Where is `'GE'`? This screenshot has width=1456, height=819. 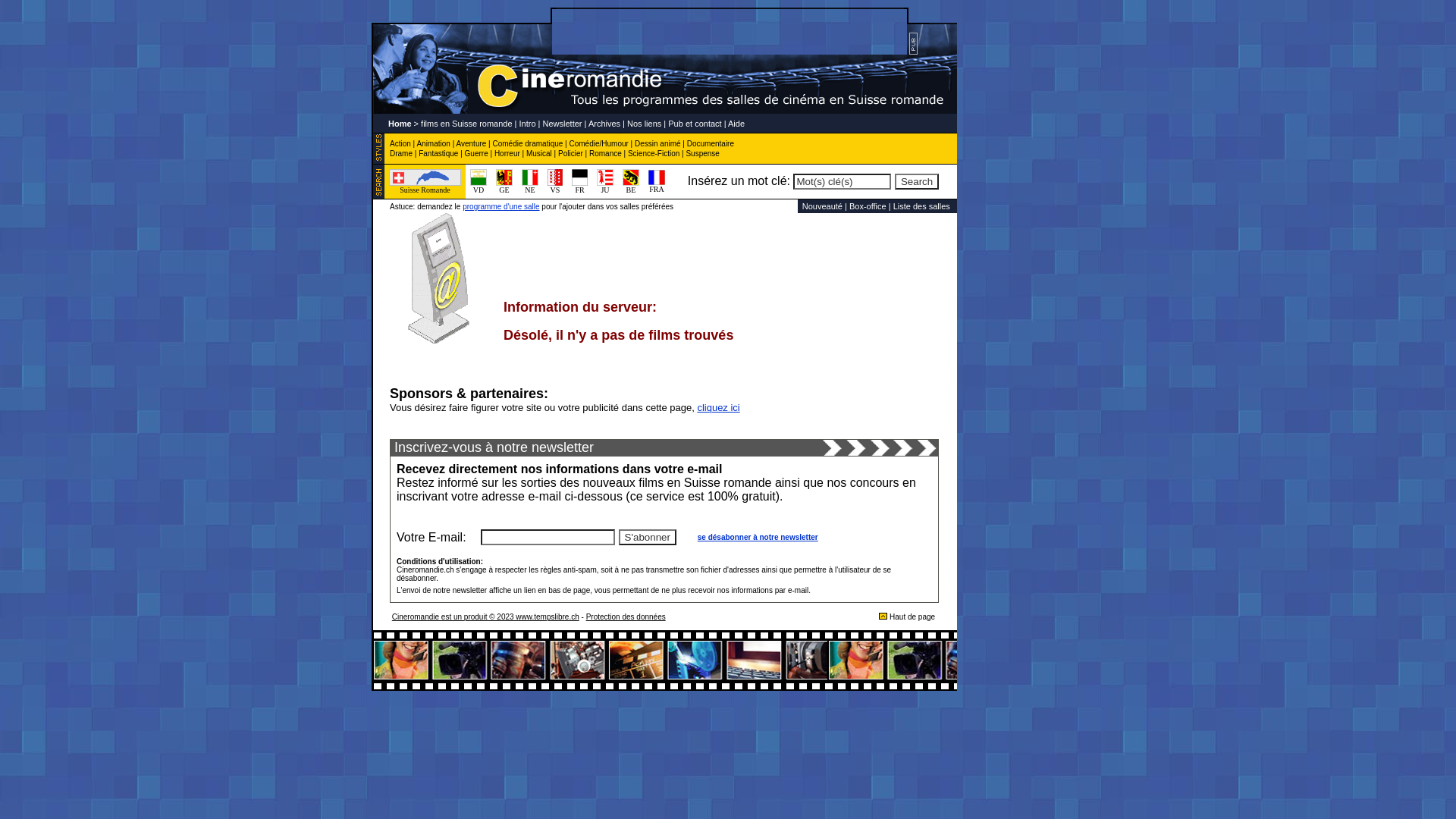 'GE' is located at coordinates (495, 186).